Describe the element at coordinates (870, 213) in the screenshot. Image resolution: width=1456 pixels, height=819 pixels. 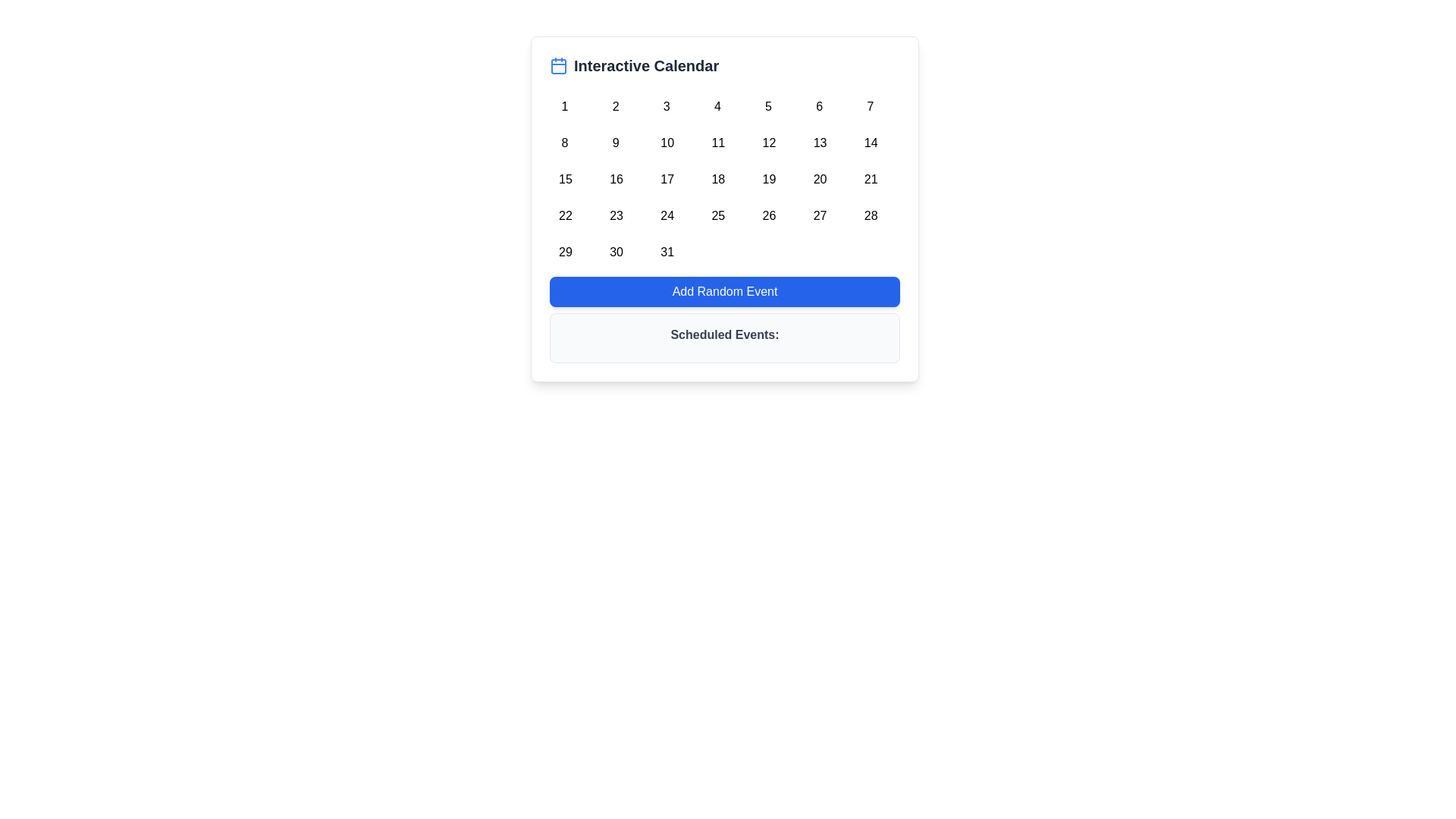
I see `the button labeled '28', which is a square-shaped button with a rounded border, white background, and black centered text, to change its background color to blue` at that location.